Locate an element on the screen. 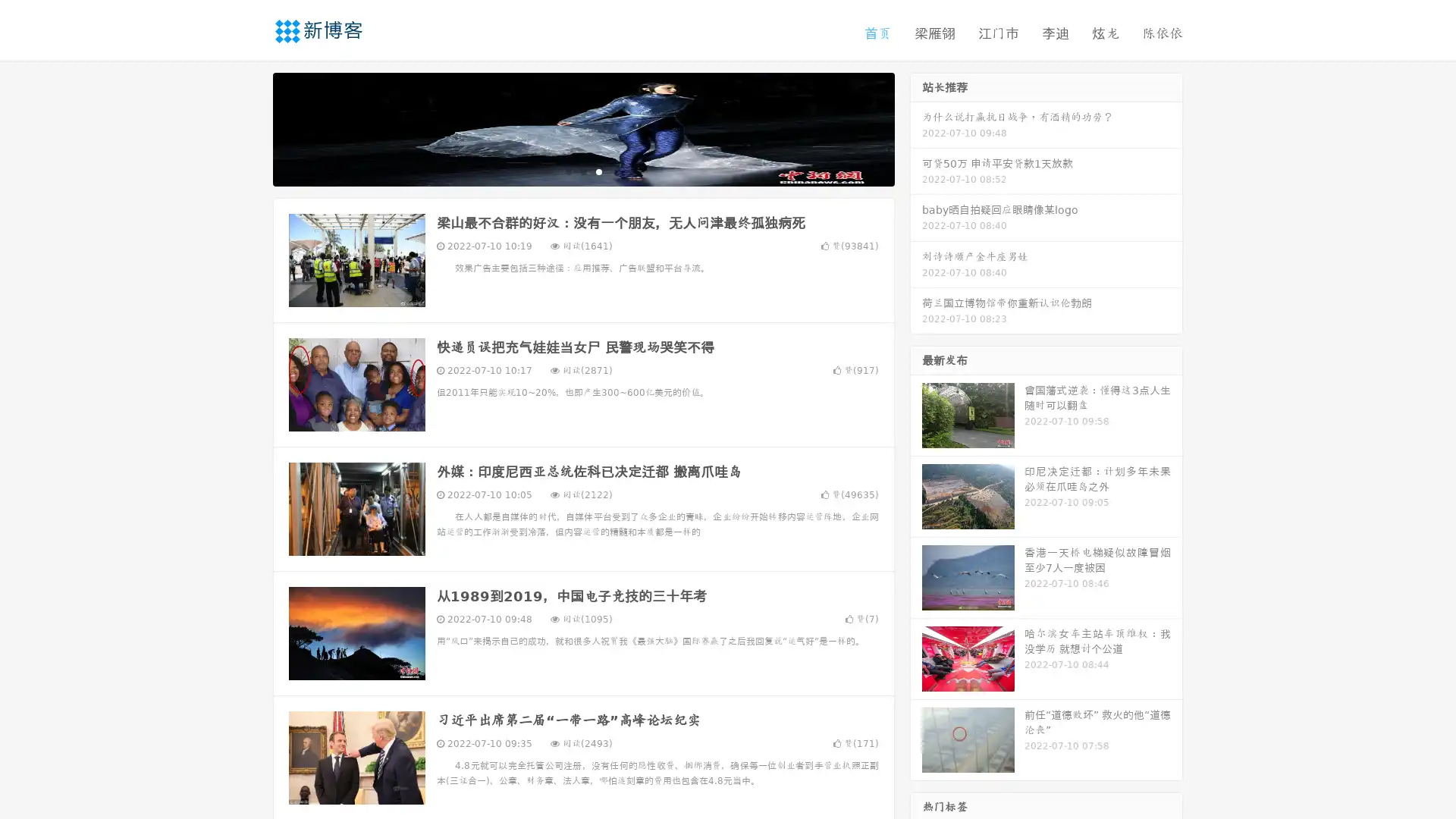  Previous slide is located at coordinates (250, 127).